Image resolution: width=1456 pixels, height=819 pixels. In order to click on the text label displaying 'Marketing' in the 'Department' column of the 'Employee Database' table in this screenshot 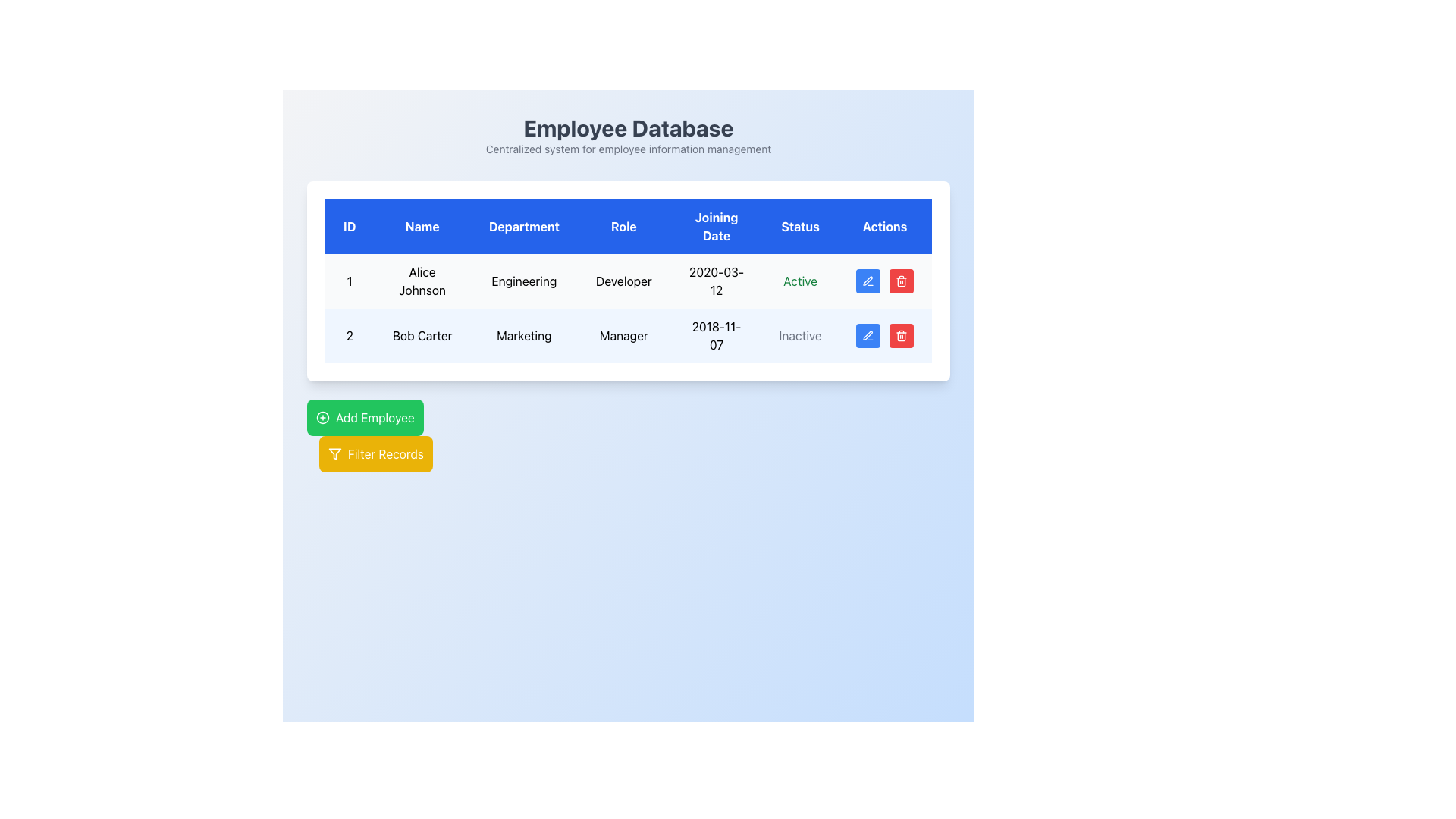, I will do `click(524, 335)`.